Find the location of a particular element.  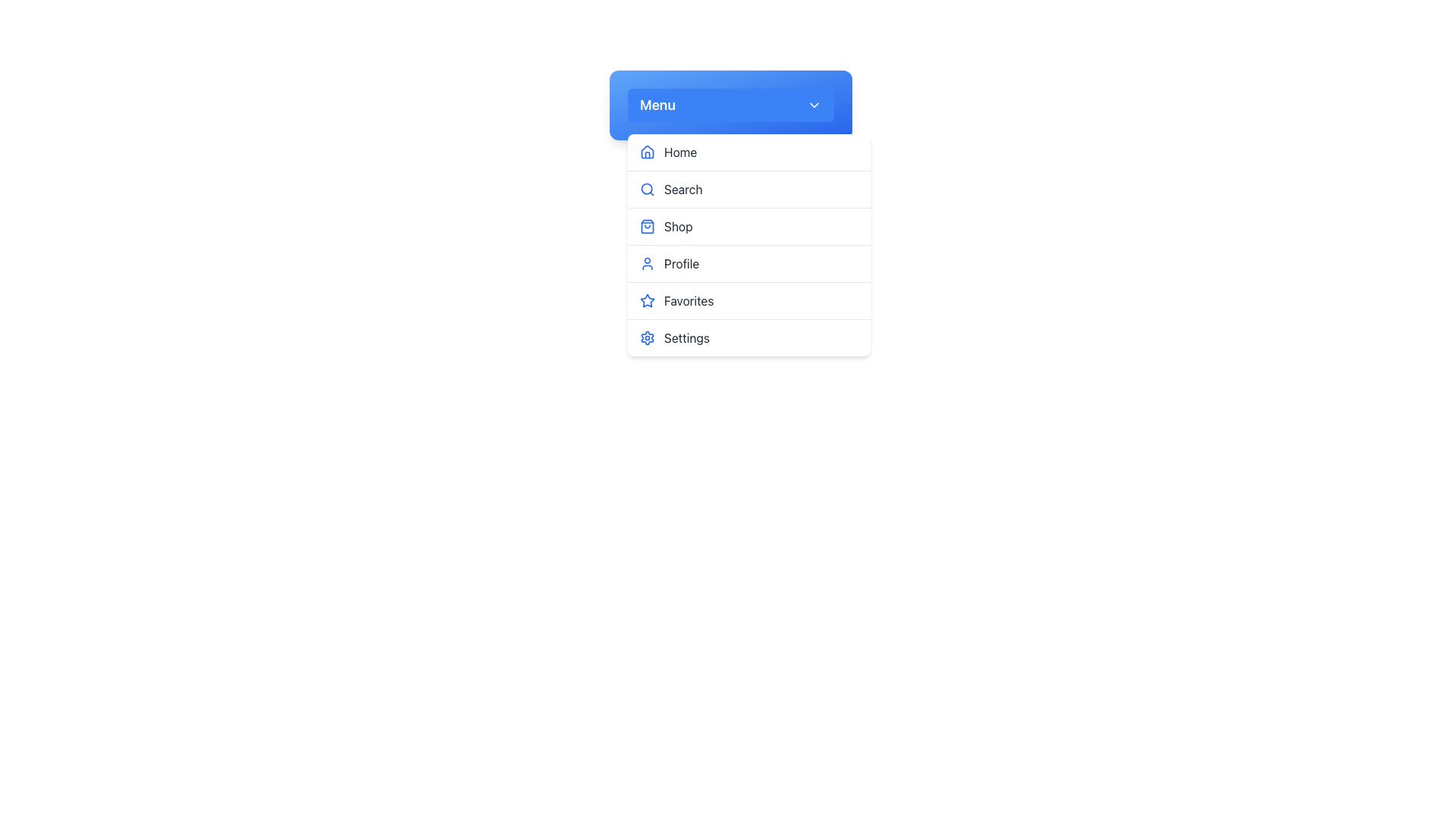

the 'Favorites' menu item, which is the fifth item in the vertical menu list is located at coordinates (749, 301).